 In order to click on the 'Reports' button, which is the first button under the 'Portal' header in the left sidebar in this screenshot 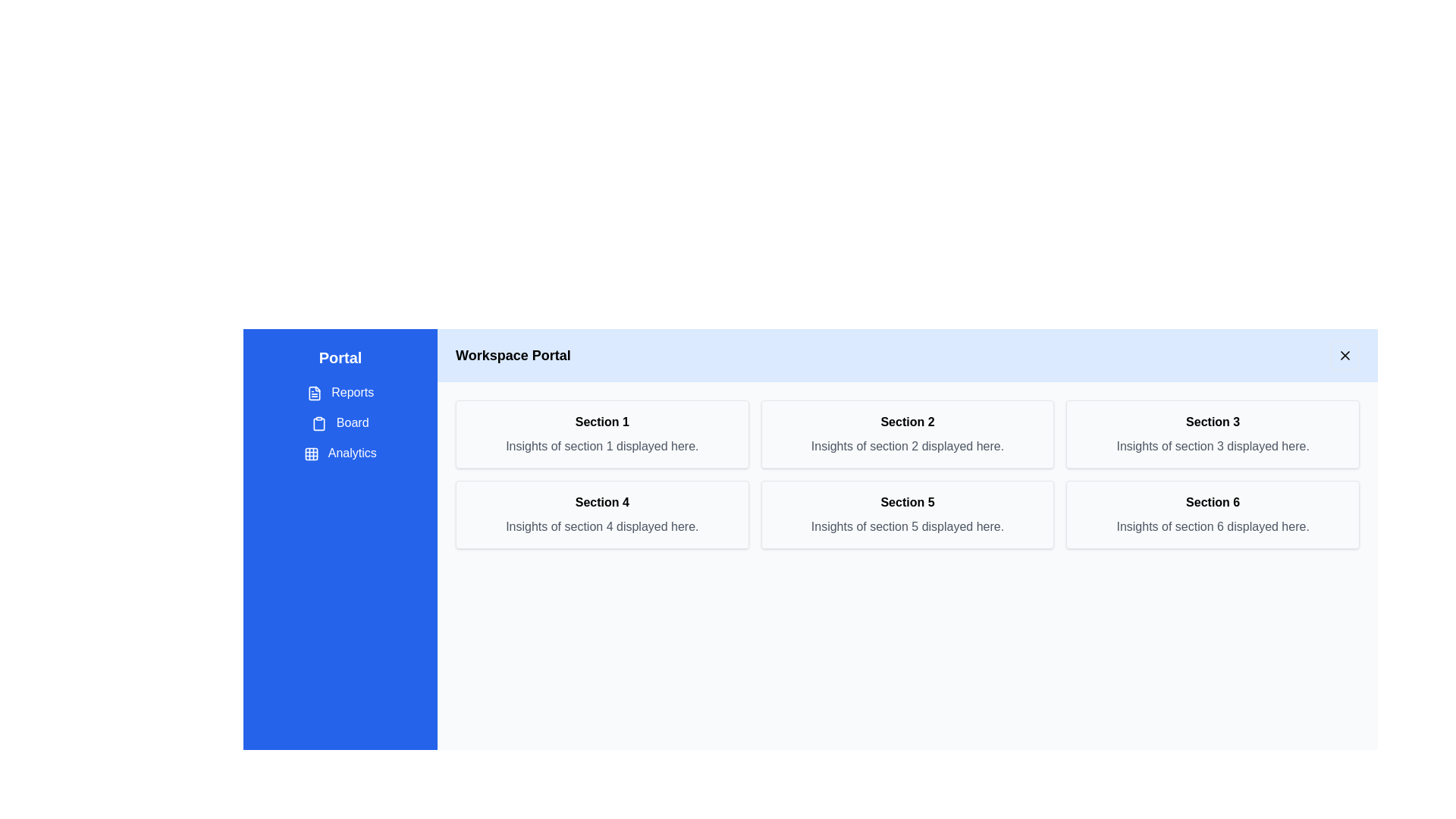, I will do `click(340, 391)`.